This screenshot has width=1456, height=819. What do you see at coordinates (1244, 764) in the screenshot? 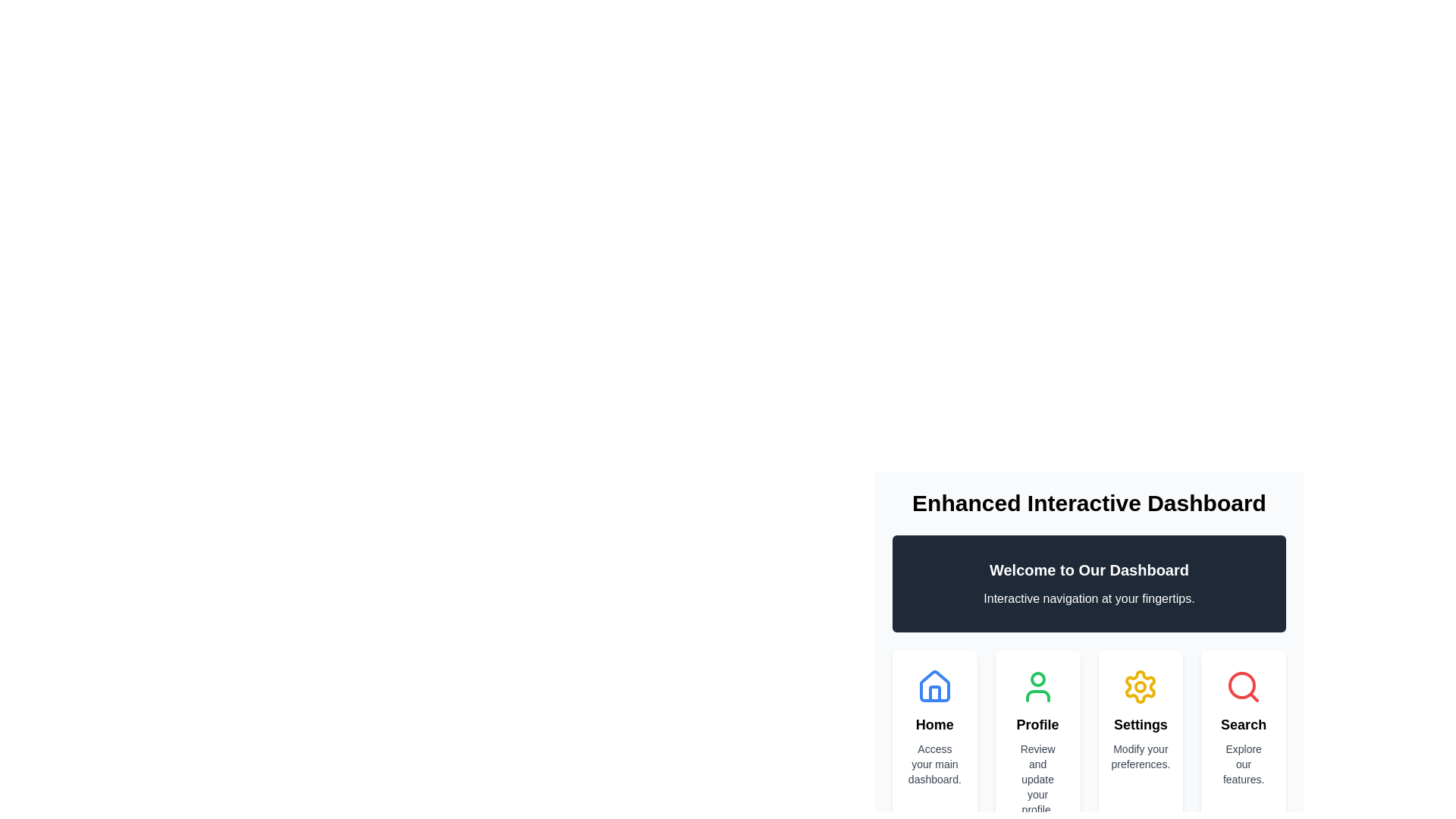
I see `the static text label that says 'Explore our features.' located at the bottom of the 'Search' card, which is part of a horizontally aligned group of feature cards` at bounding box center [1244, 764].